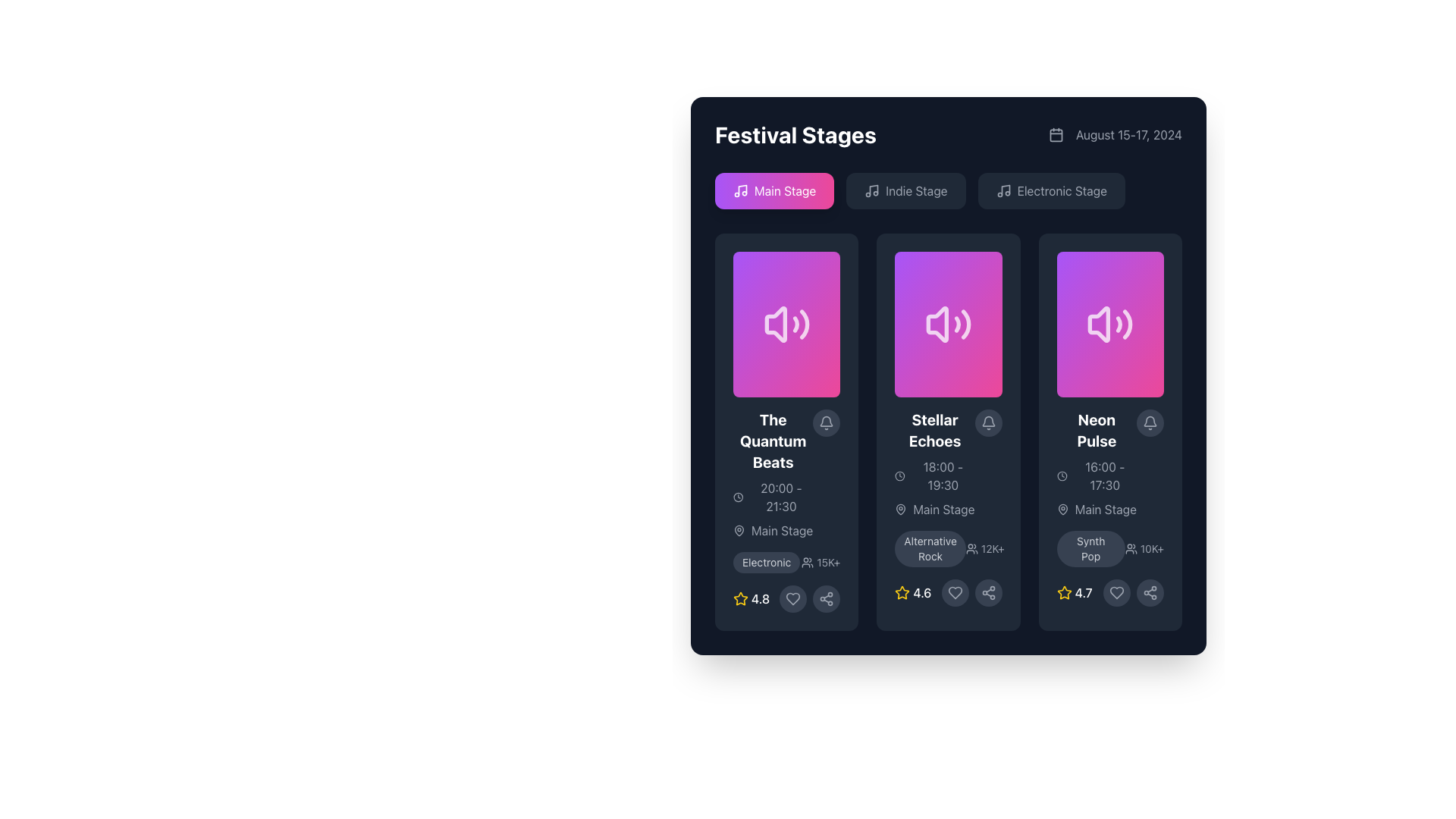 This screenshot has width=1456, height=819. I want to click on the audience icon next to the 'Synth Pop' label, which is styled in white on a gray background and located at the bottom center of the 'Neon Pulse' section in the third card of the 'Festival Stages' list, so click(1110, 549).